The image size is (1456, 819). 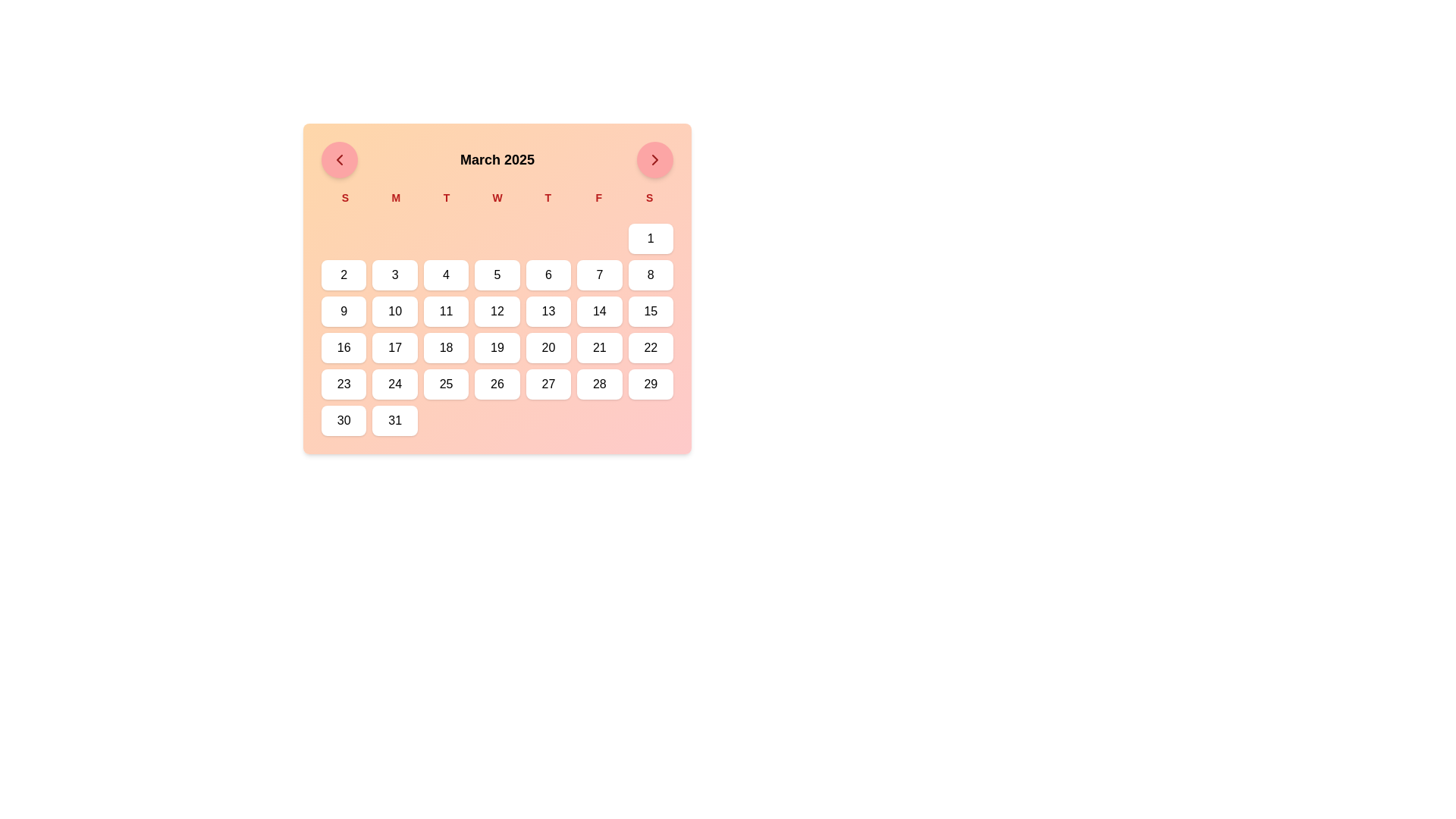 What do you see at coordinates (445, 348) in the screenshot?
I see `the rounded rectangular button labeled '18' with a white background` at bounding box center [445, 348].